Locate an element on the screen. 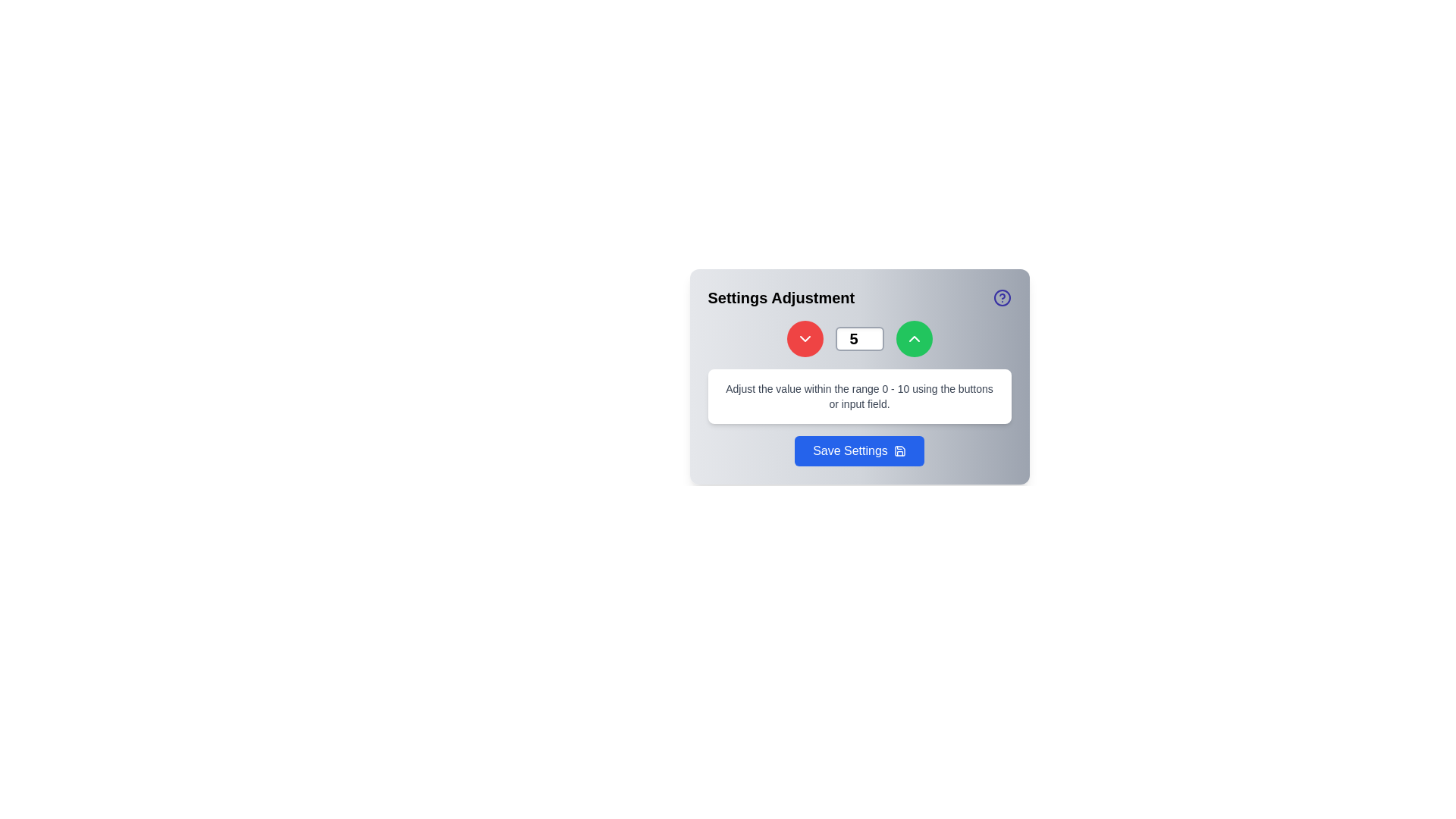 This screenshot has width=1456, height=819. the 'Save Settings' button, which is a rectangular button with a vivid blue background and white text, located at the bottom of the settings adjustment card is located at coordinates (859, 450).